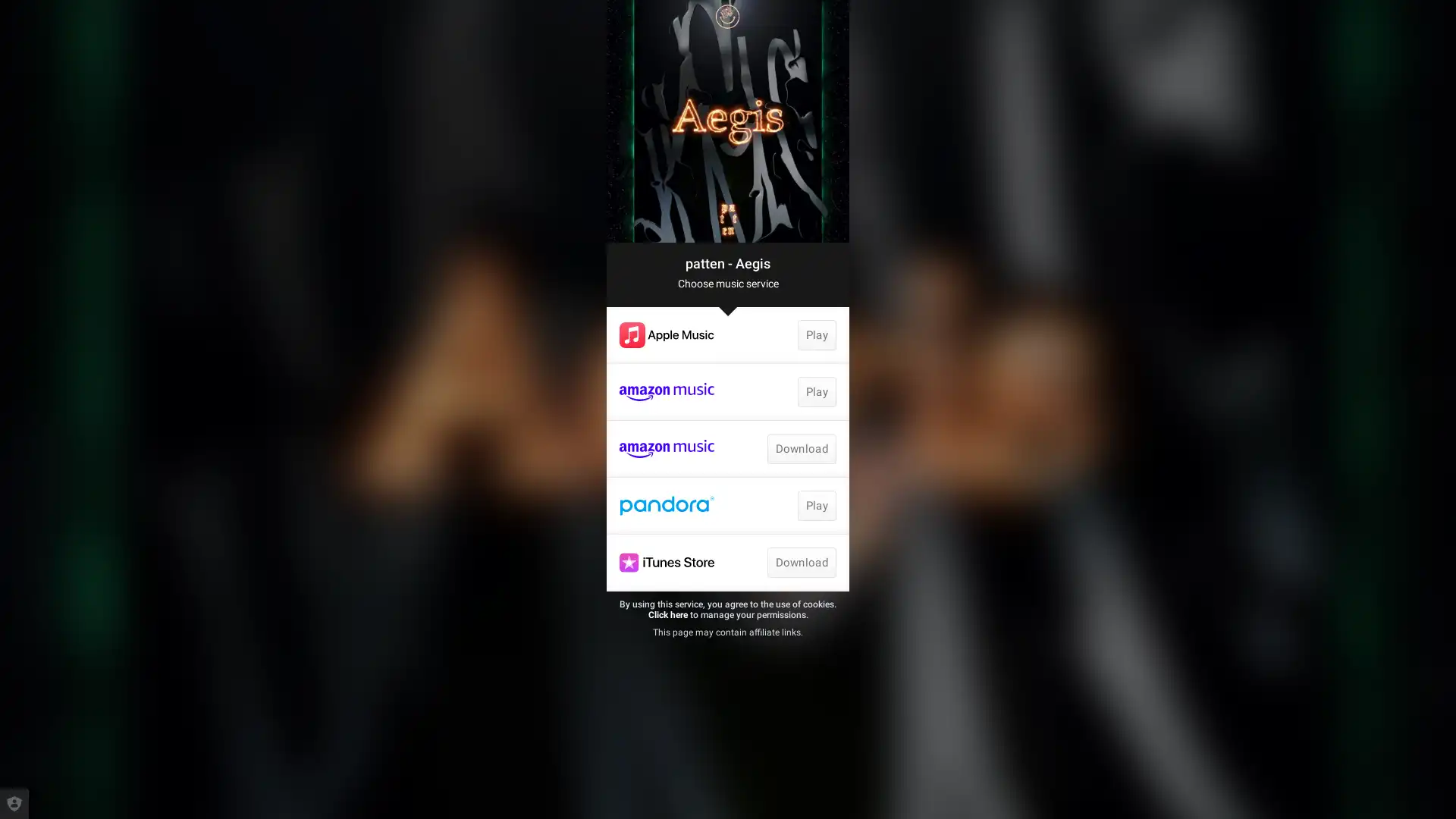 The image size is (1456, 819). Describe the element at coordinates (667, 614) in the screenshot. I see `Click here` at that location.